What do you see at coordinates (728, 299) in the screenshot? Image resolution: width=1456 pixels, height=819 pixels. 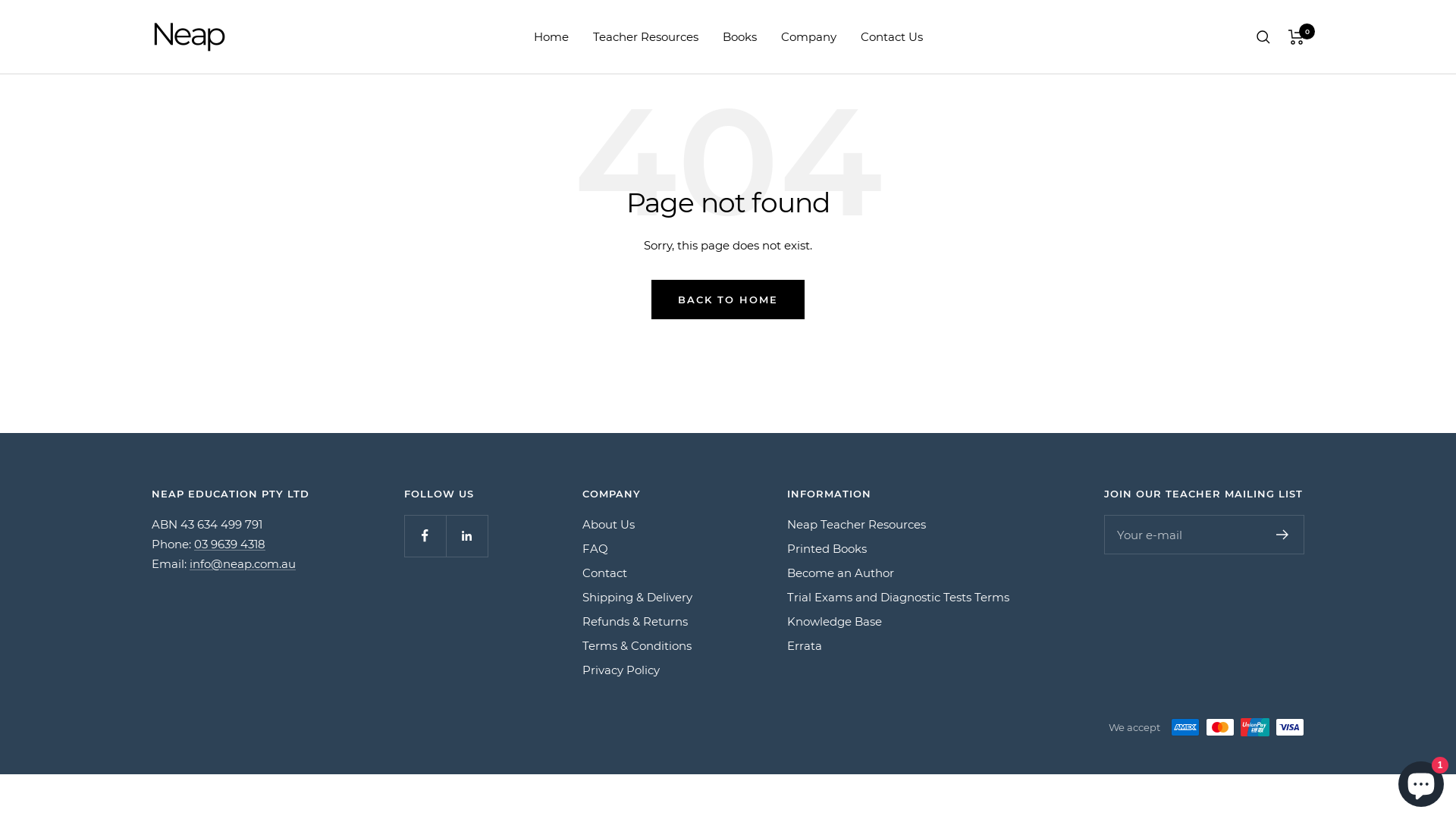 I see `'BACK TO HOME'` at bounding box center [728, 299].